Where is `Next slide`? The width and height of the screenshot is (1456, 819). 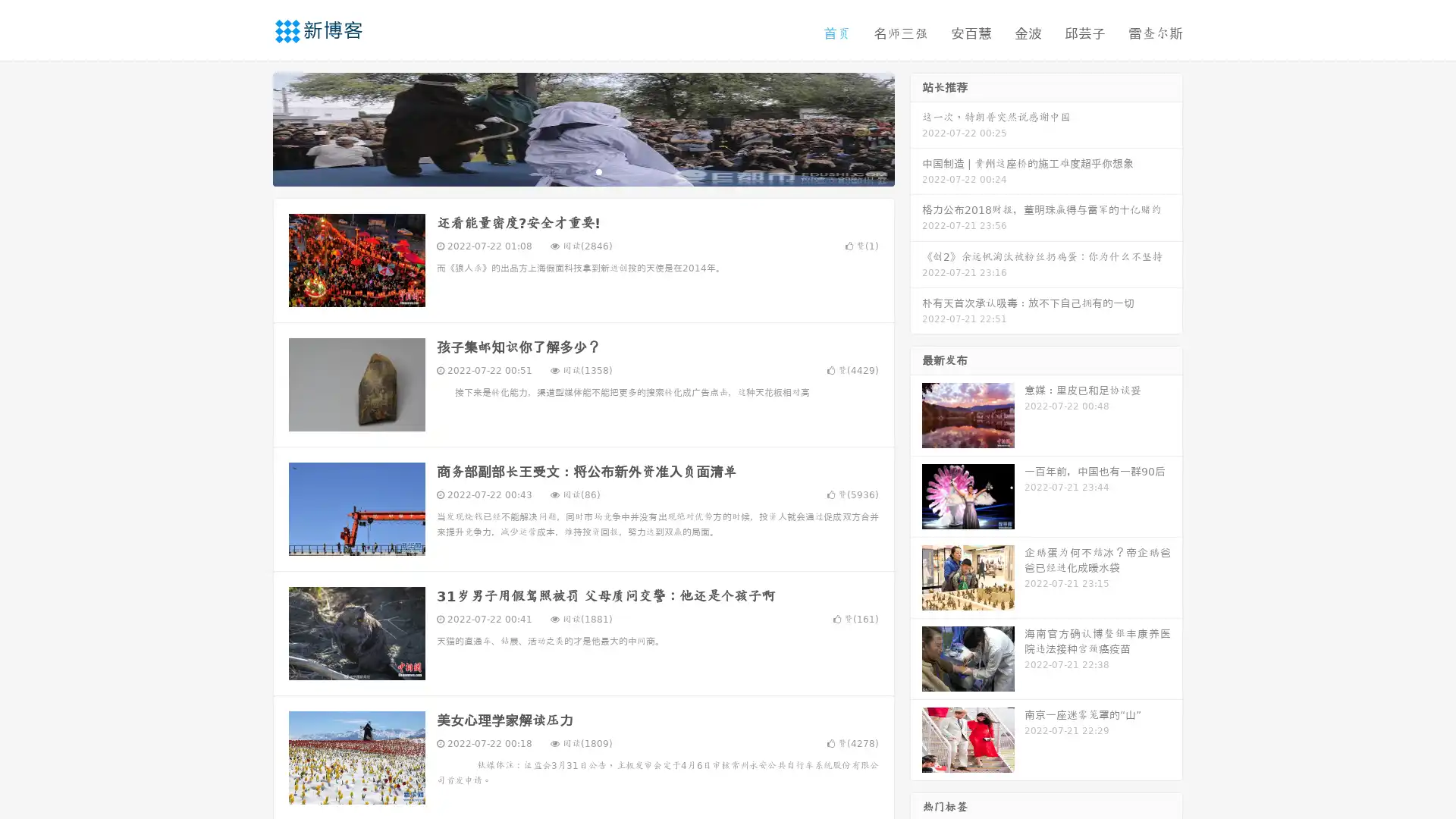 Next slide is located at coordinates (916, 127).